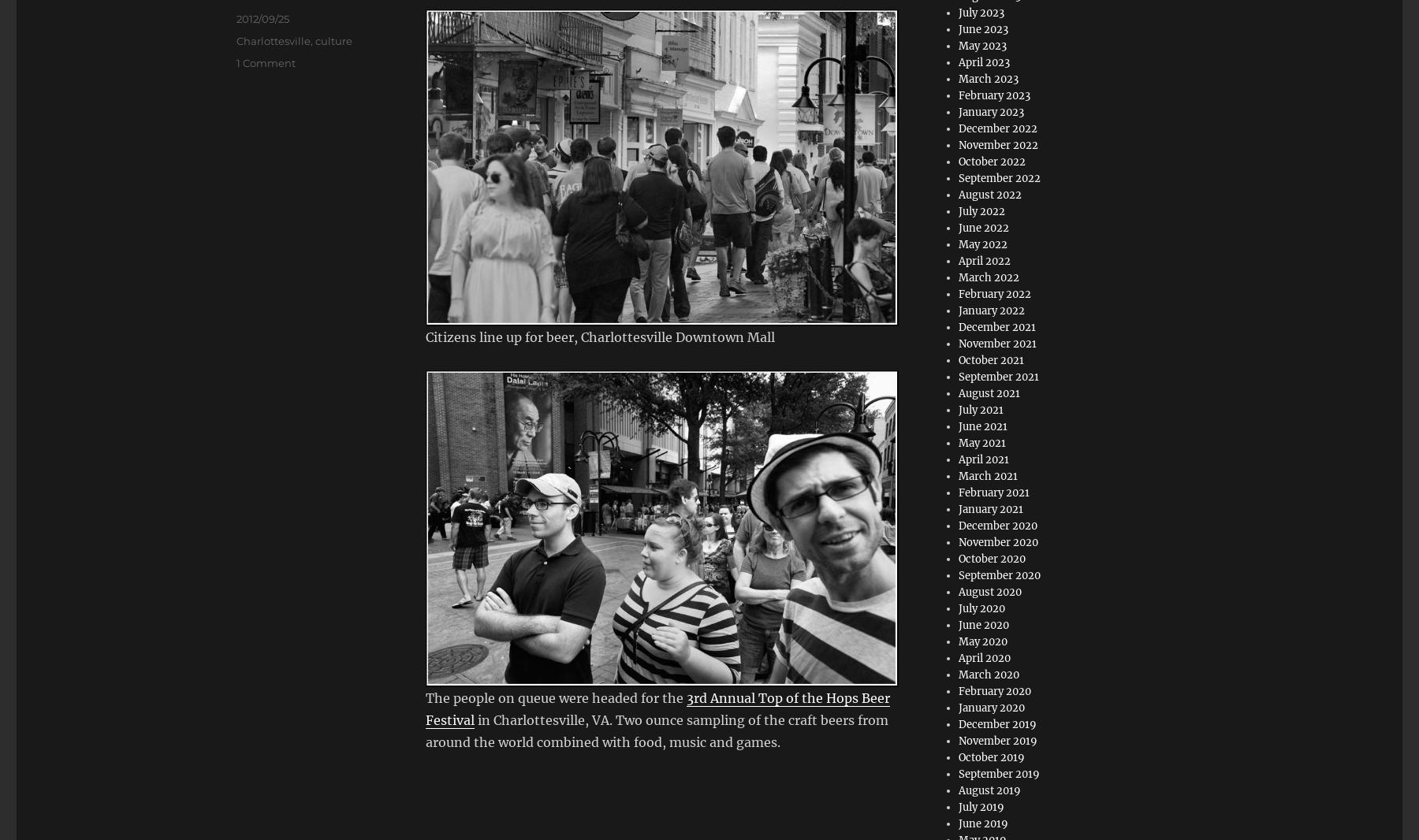 Image resolution: width=1419 pixels, height=840 pixels. Describe the element at coordinates (991, 360) in the screenshot. I see `'October 2021'` at that location.